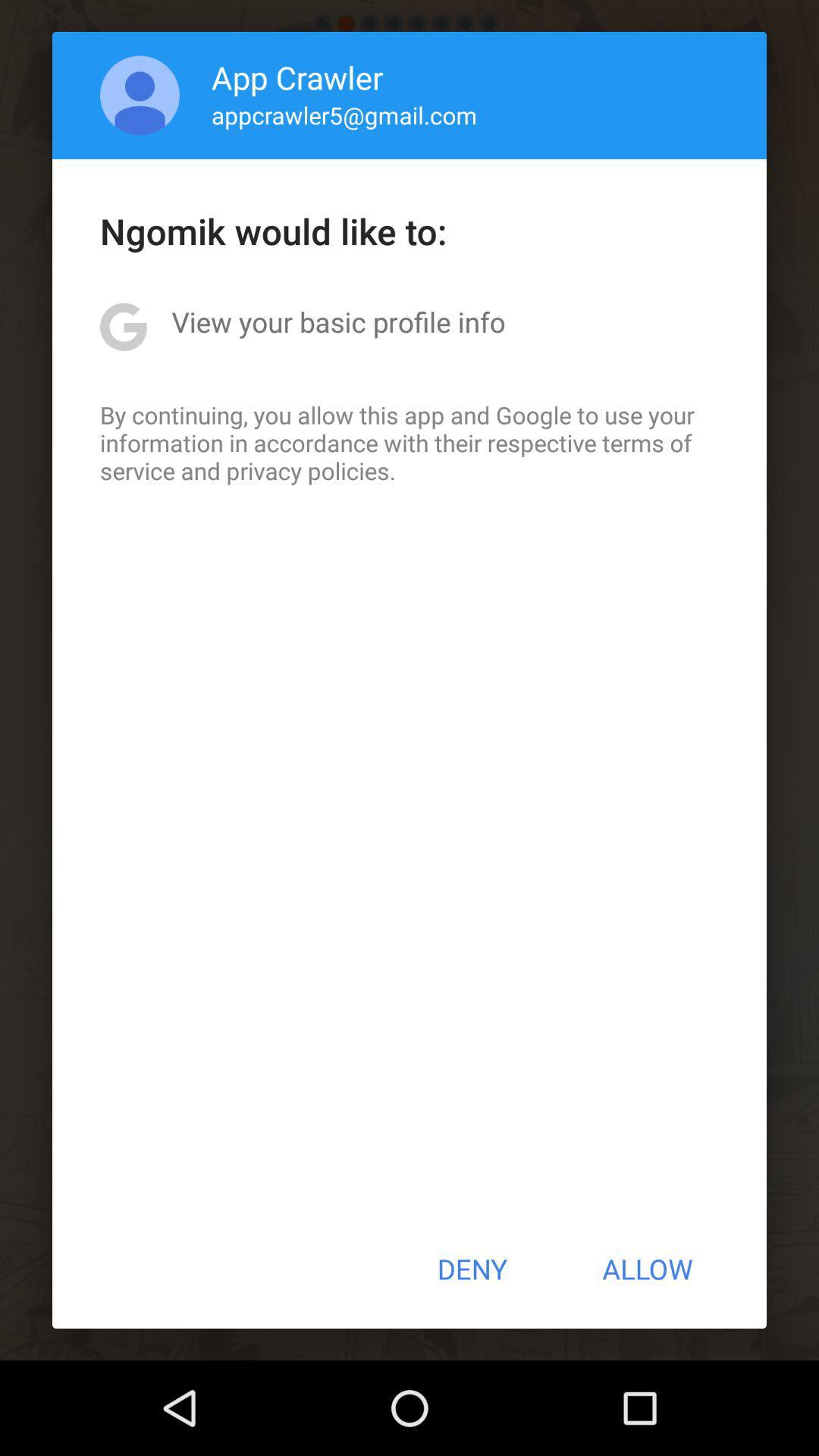 The height and width of the screenshot is (1456, 819). I want to click on the appcrawler5@gmail.com, so click(344, 114).